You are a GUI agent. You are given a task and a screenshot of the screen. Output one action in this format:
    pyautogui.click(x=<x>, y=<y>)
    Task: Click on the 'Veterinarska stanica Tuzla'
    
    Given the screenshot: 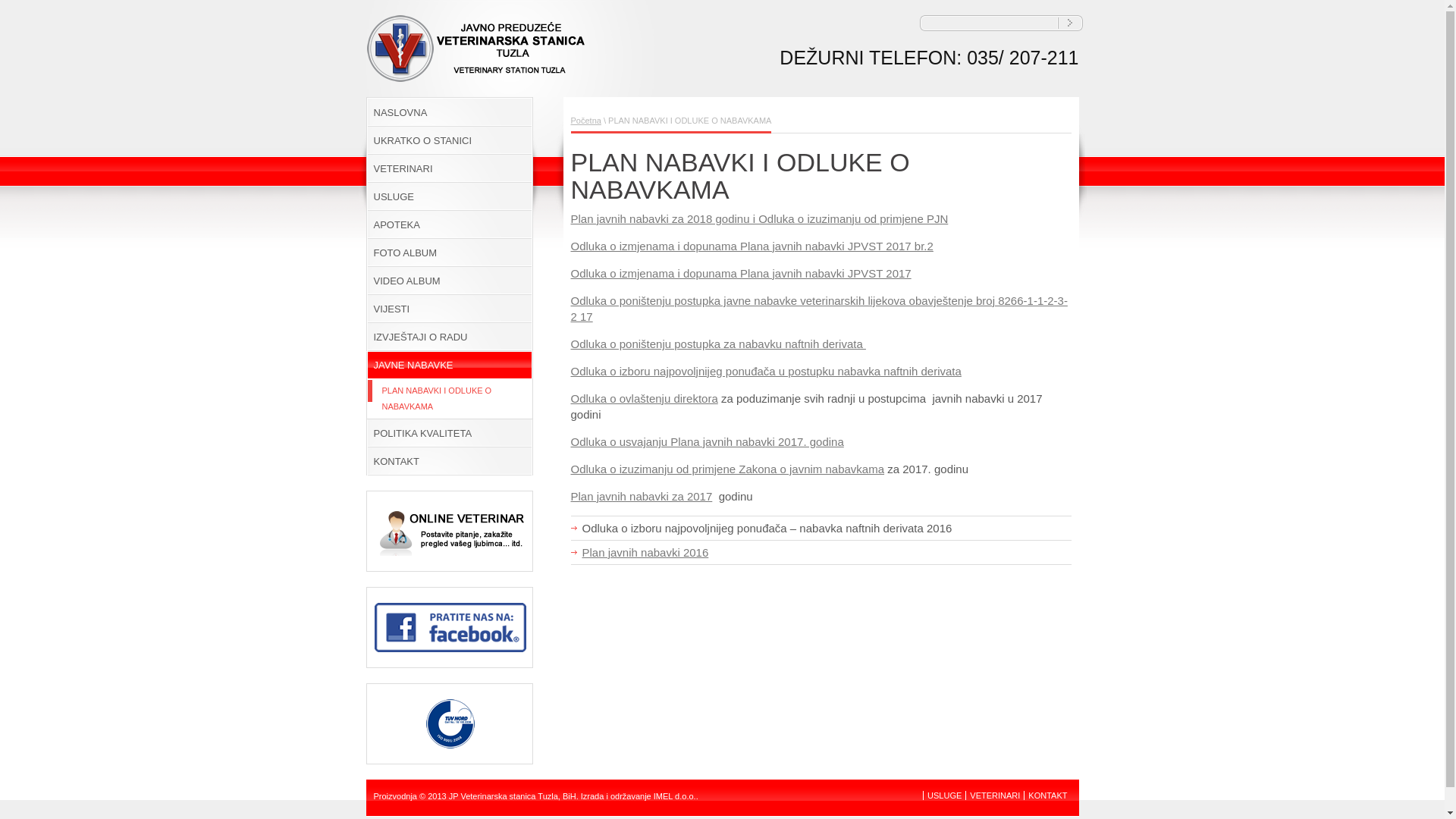 What is the action you would take?
    pyautogui.click(x=365, y=77)
    